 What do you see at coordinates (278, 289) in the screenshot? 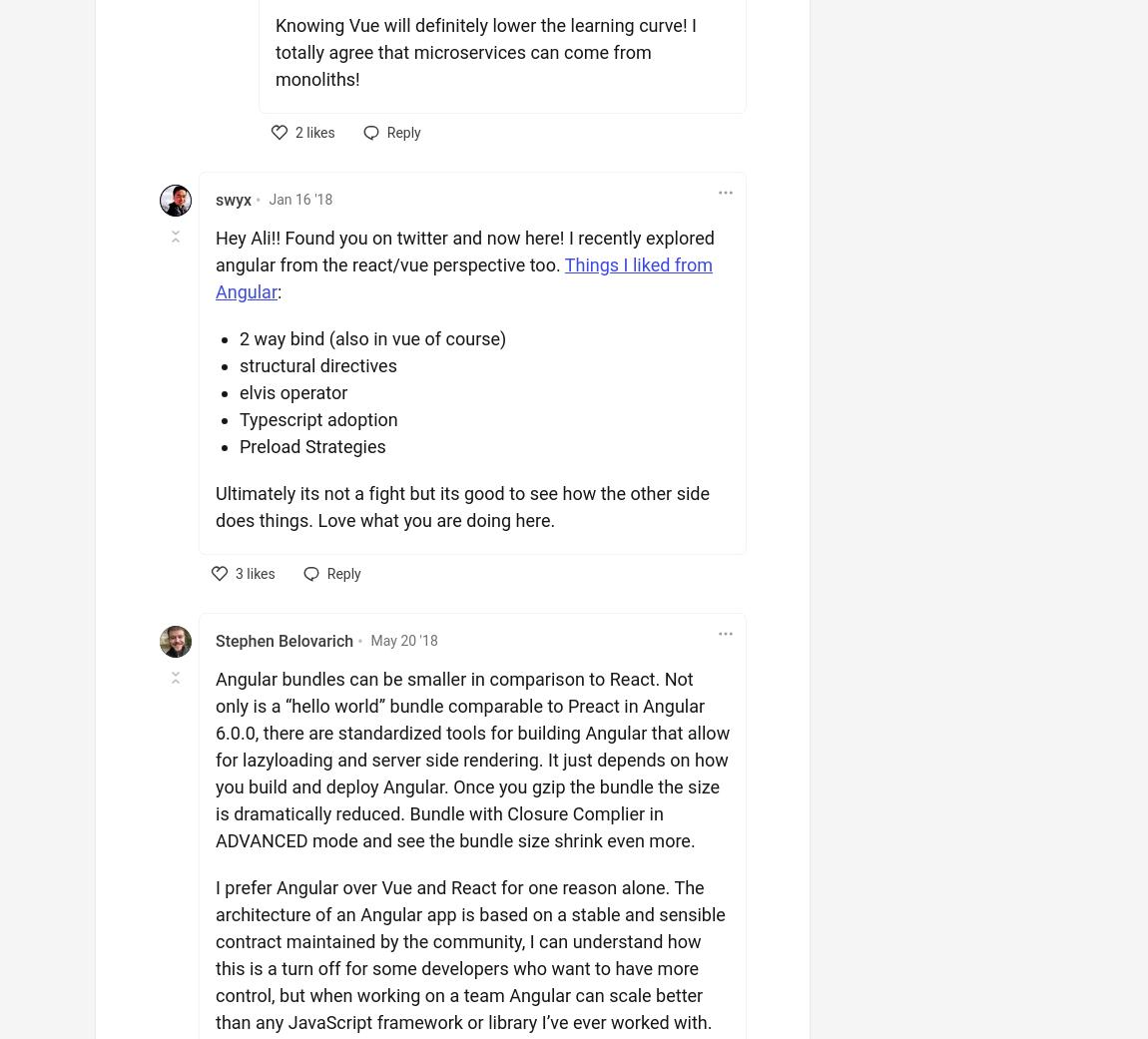
I see `':'` at bounding box center [278, 289].